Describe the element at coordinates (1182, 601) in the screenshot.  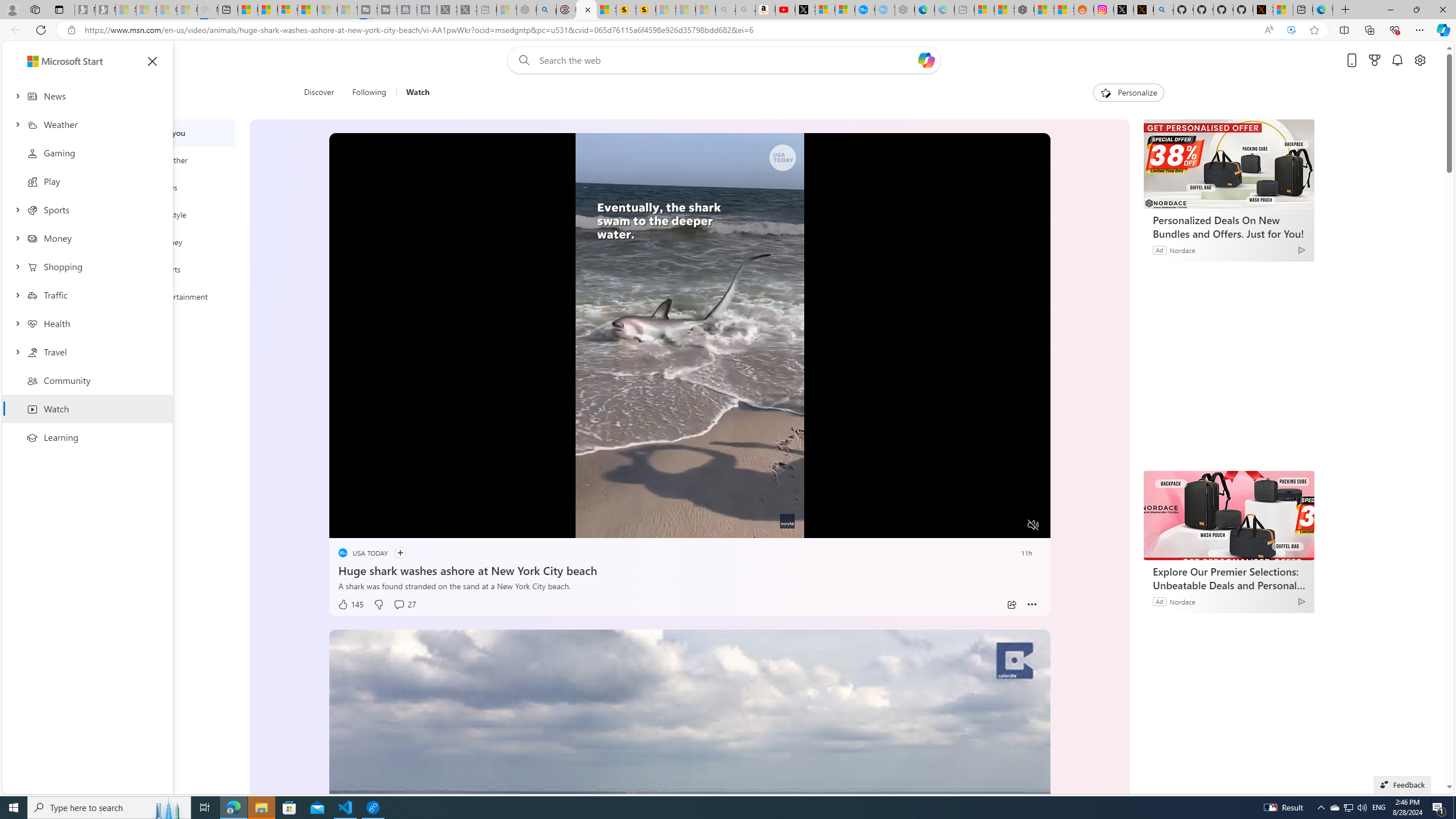
I see `'Nordace'` at that location.